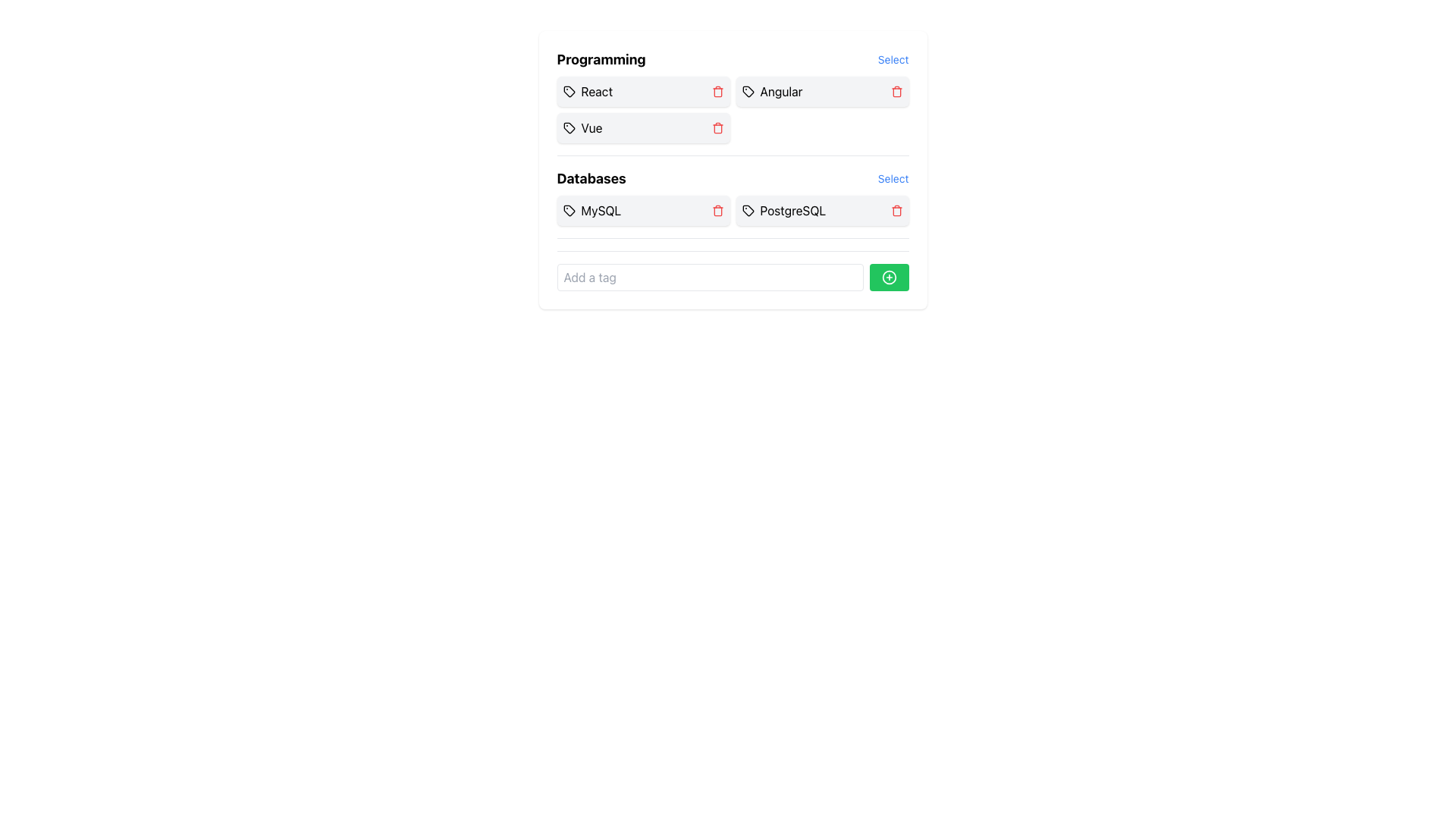 The width and height of the screenshot is (1456, 819). Describe the element at coordinates (568, 91) in the screenshot. I see `the stylized SVG icon resembling a tag or label located in the 'Programming' section, directly to the left of the 'React' text label` at that location.